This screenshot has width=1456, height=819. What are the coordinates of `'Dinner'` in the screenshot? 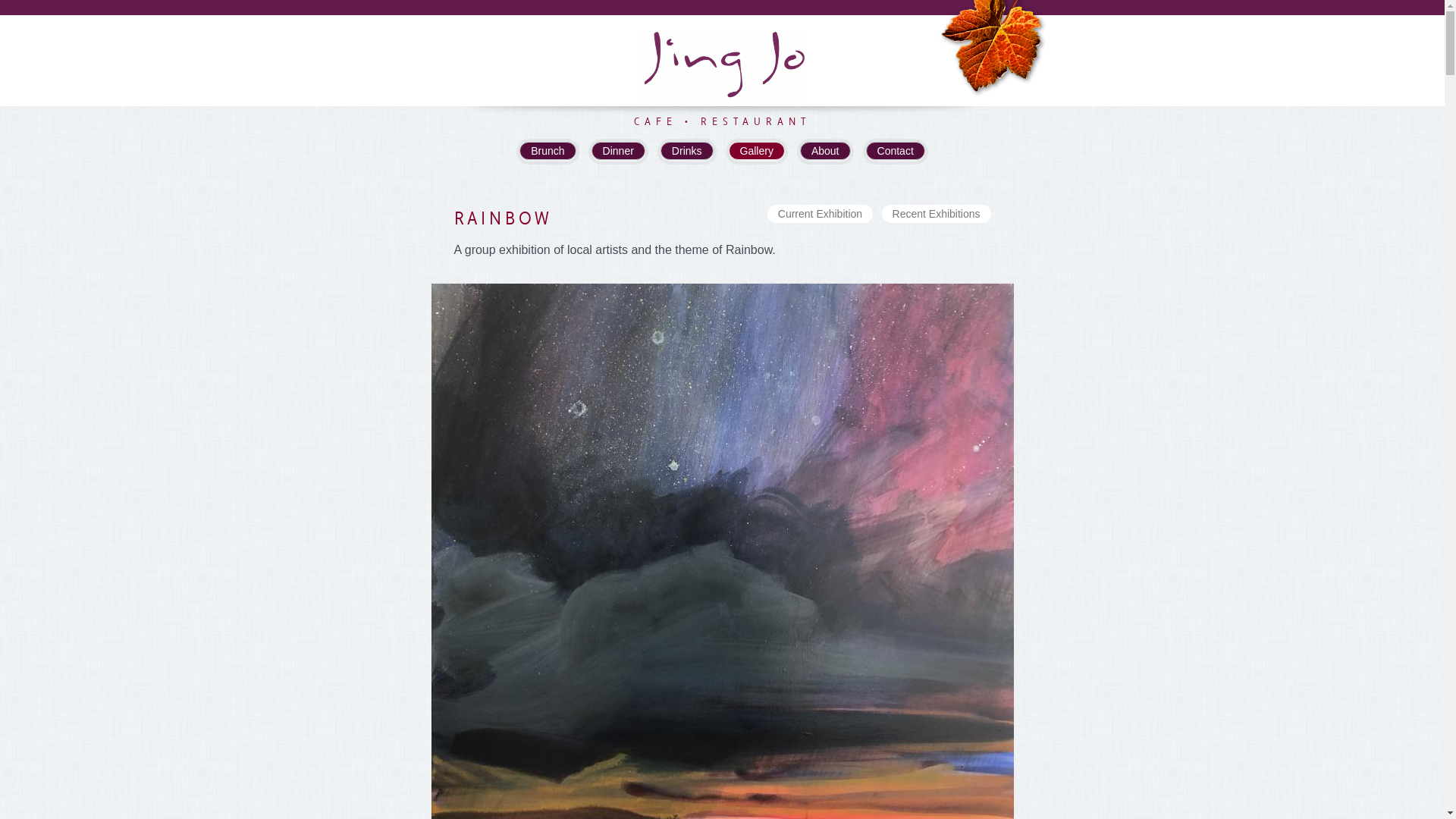 It's located at (590, 151).